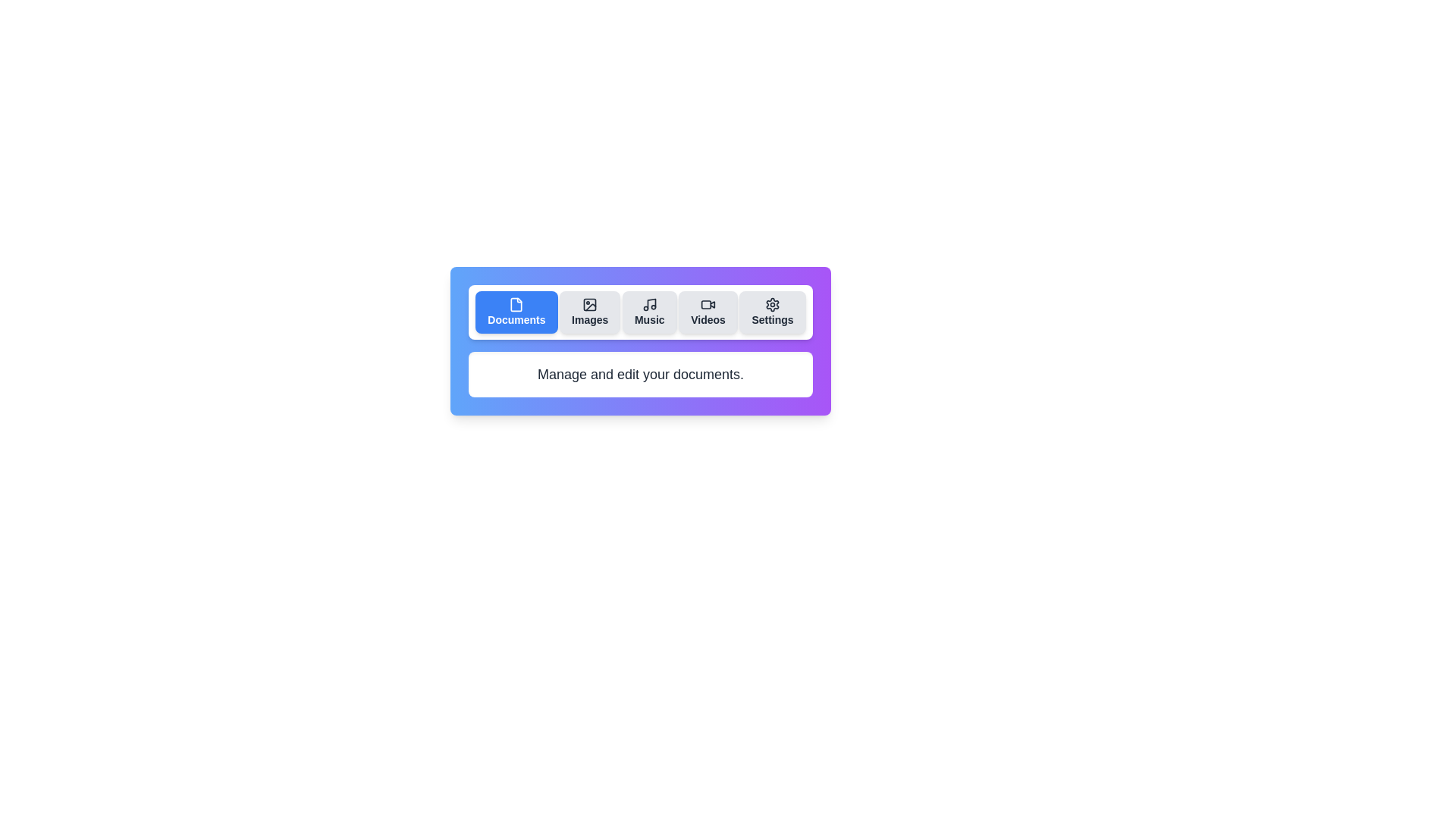 The image size is (1456, 819). Describe the element at coordinates (589, 312) in the screenshot. I see `the tab labeled Images` at that location.